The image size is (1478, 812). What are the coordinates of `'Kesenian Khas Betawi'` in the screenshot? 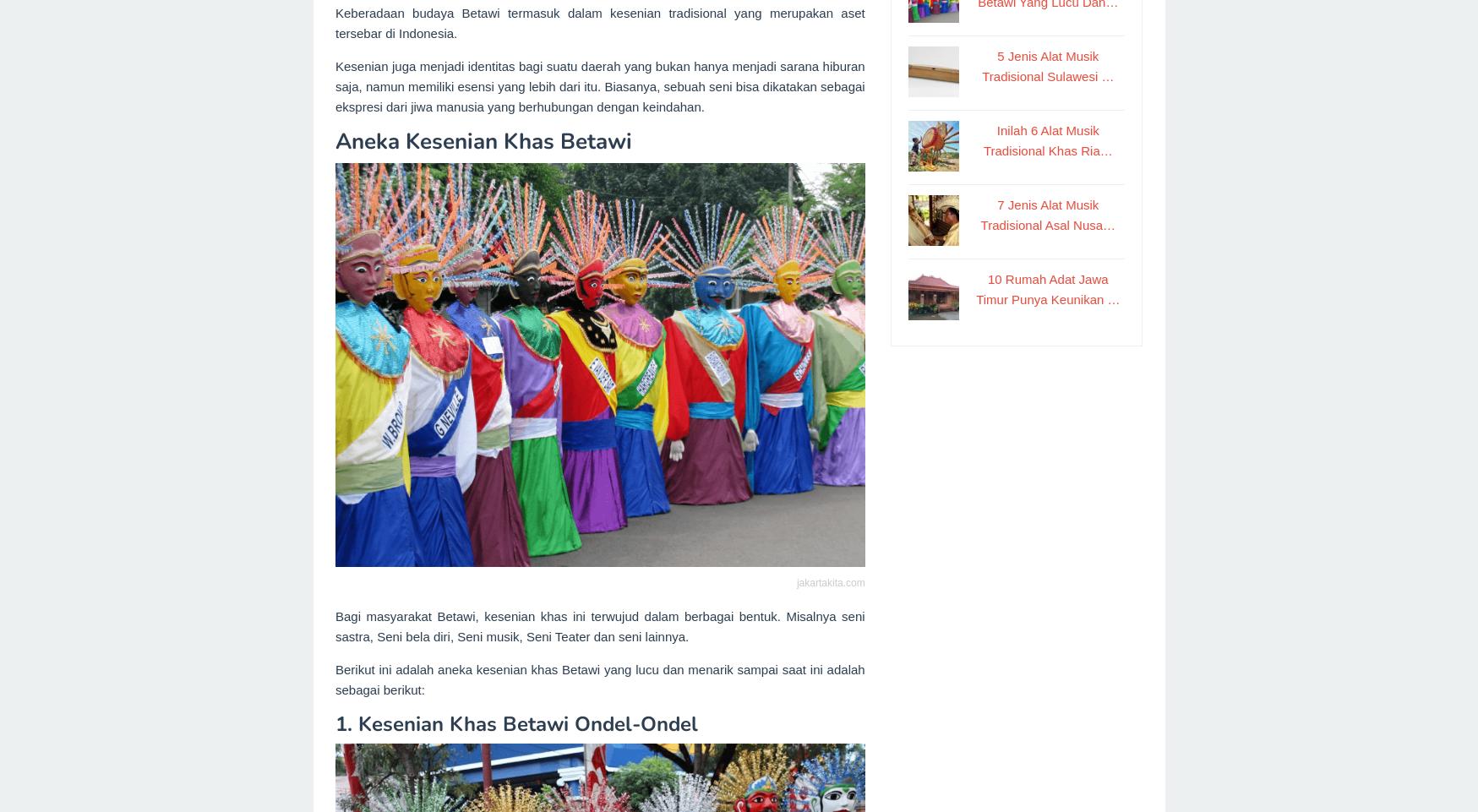 It's located at (357, 723).